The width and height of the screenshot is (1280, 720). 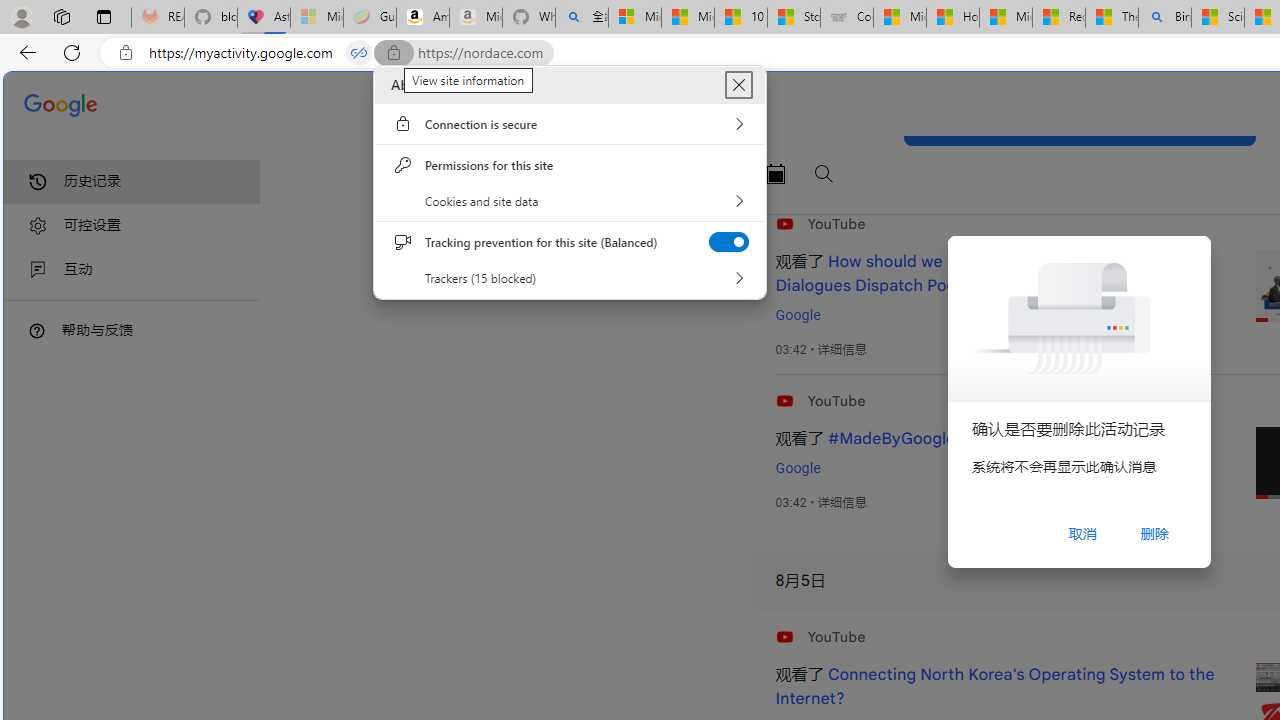 What do you see at coordinates (846, 17) in the screenshot?
I see `'Combat Siege'` at bounding box center [846, 17].